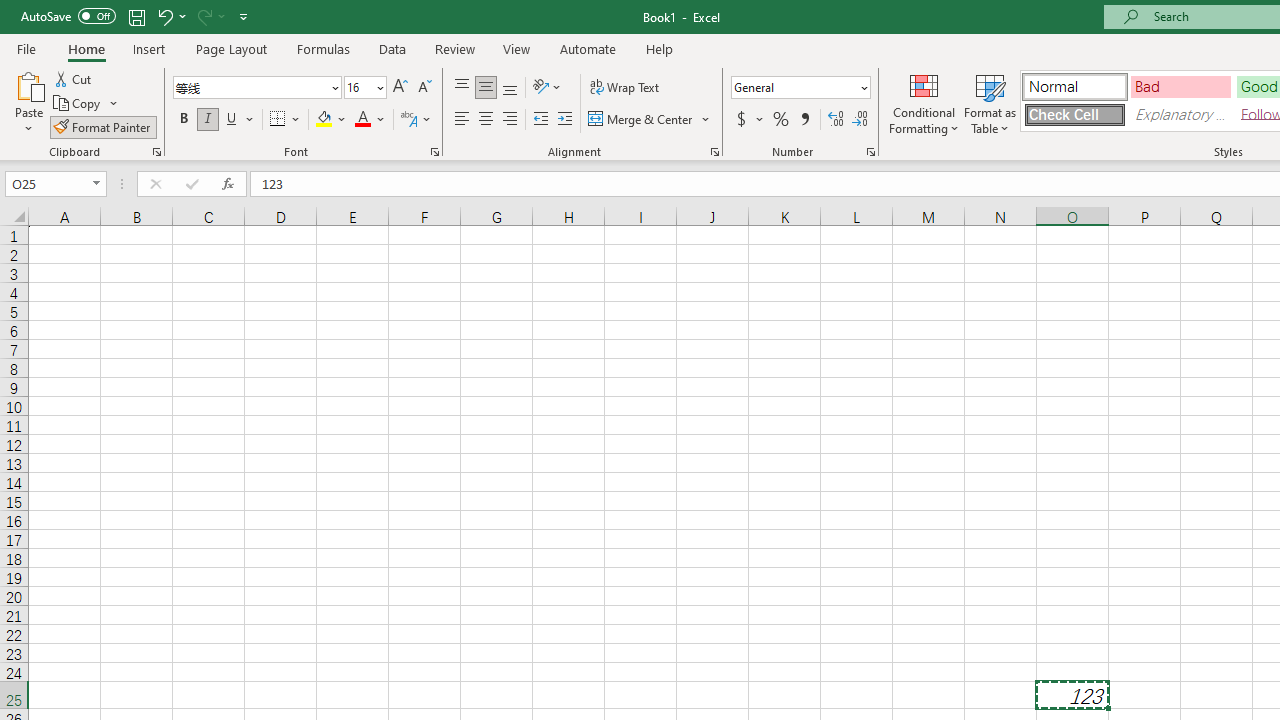 The height and width of the screenshot is (720, 1280). What do you see at coordinates (517, 48) in the screenshot?
I see `'View'` at bounding box center [517, 48].